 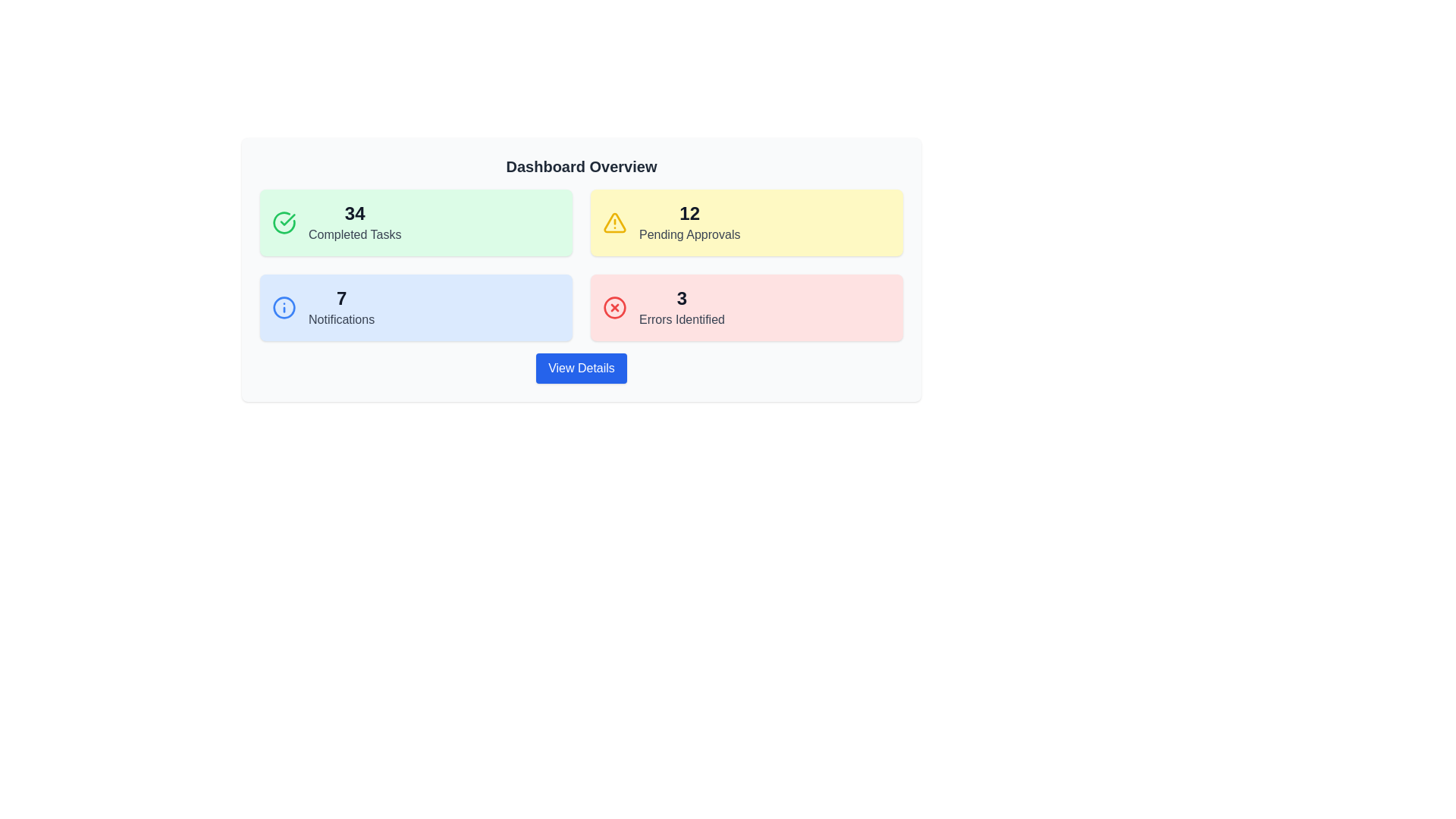 I want to click on the Text Label that provides descriptive information about the count of errors identified, located below the number '3' within a red-colored box on the bottom-right side of the dashboard summary section, so click(x=681, y=318).